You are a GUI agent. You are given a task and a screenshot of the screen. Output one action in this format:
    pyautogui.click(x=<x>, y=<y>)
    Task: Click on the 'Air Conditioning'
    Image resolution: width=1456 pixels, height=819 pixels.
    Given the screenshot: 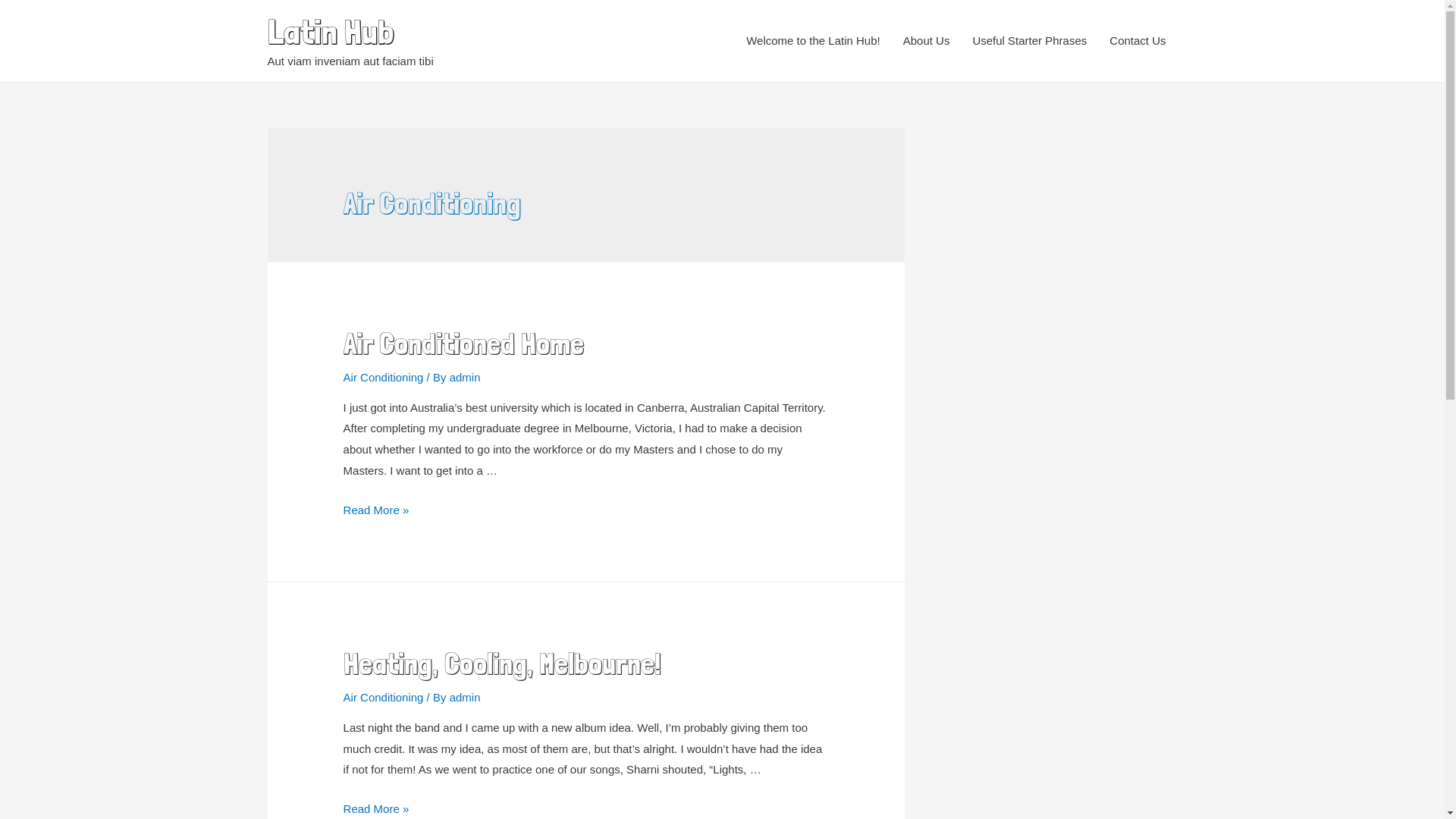 What is the action you would take?
    pyautogui.click(x=383, y=376)
    